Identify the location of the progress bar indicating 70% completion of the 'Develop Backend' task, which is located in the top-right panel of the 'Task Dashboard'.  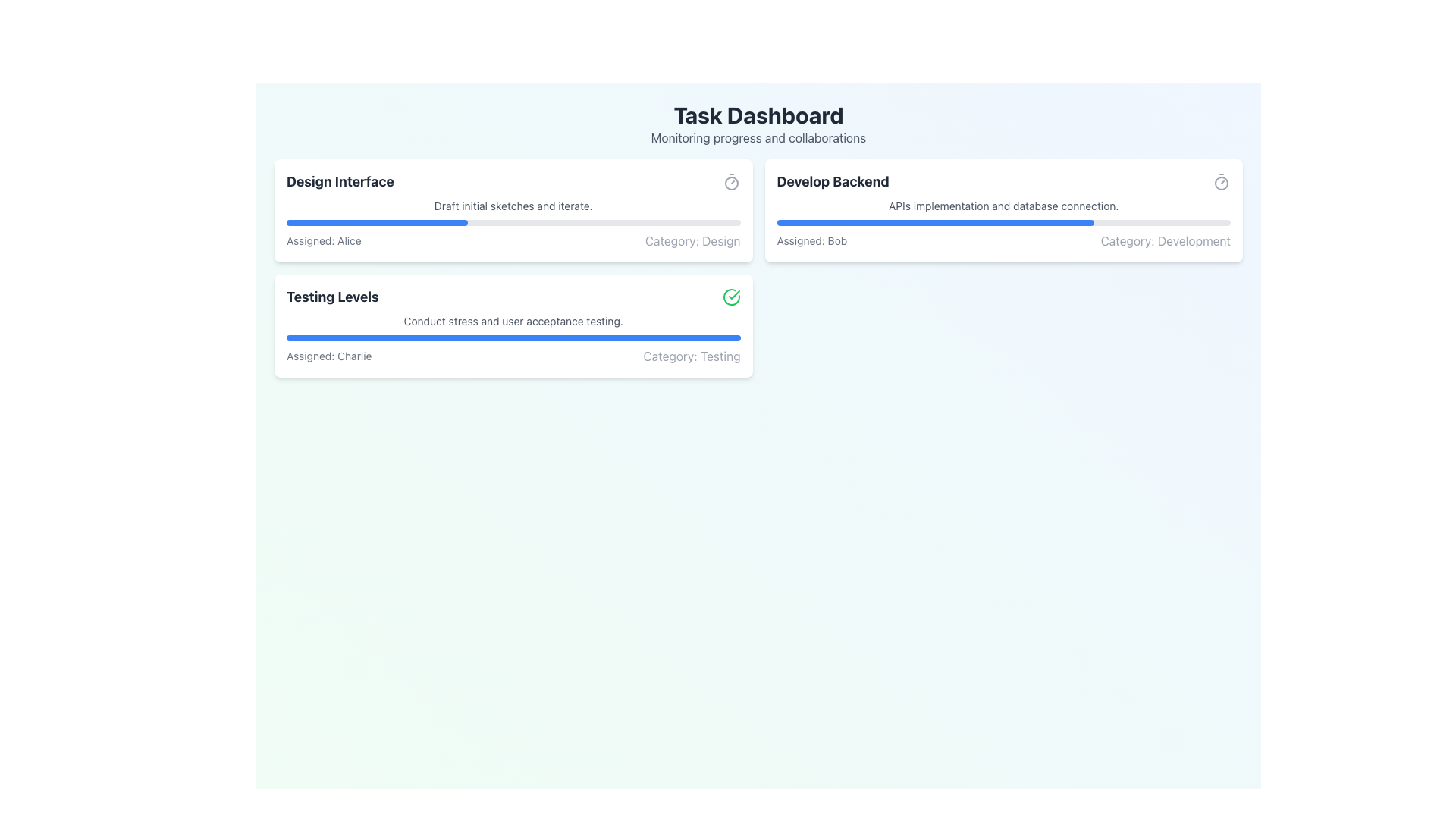
(934, 222).